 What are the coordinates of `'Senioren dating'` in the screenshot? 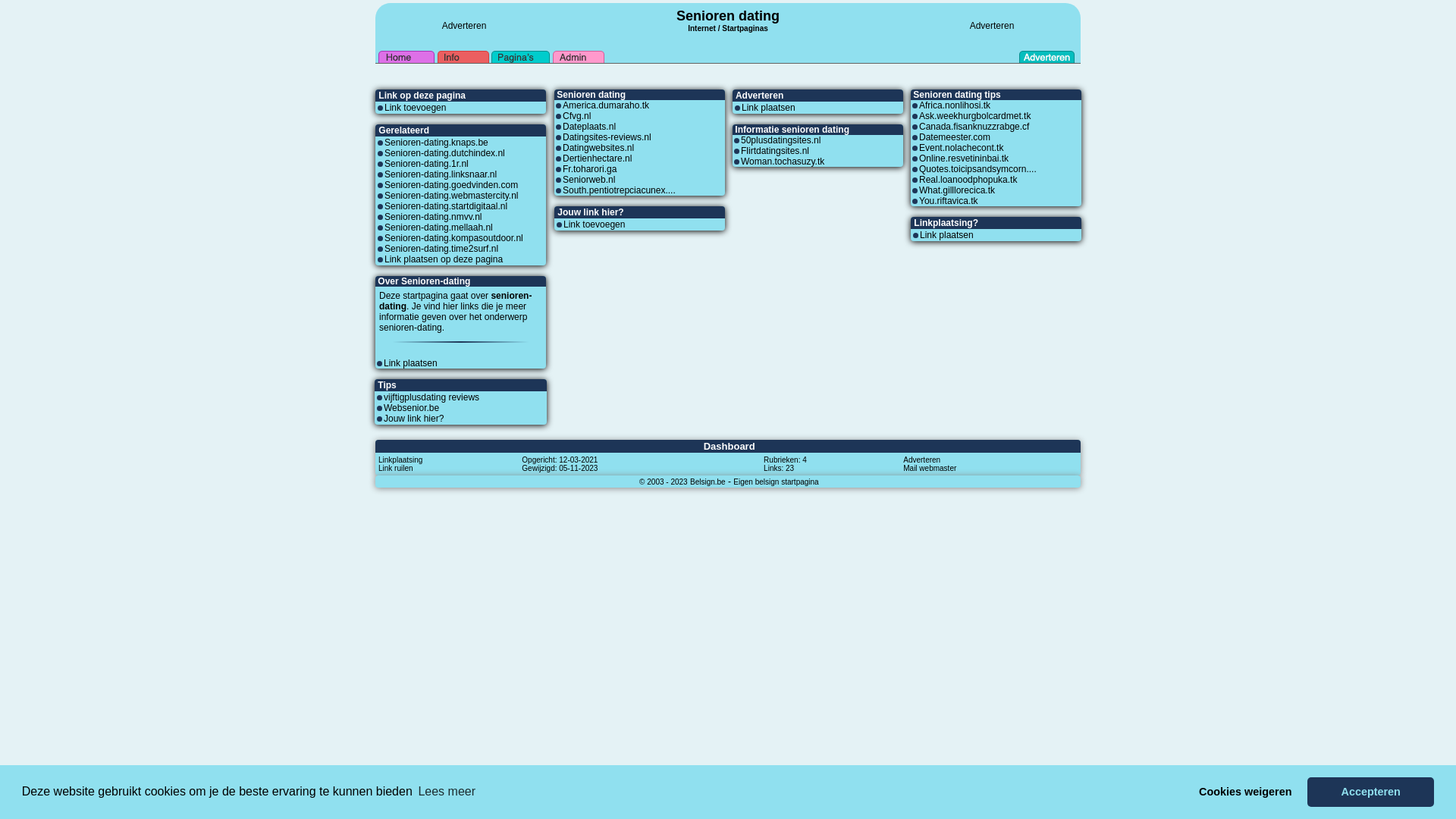 It's located at (728, 15).